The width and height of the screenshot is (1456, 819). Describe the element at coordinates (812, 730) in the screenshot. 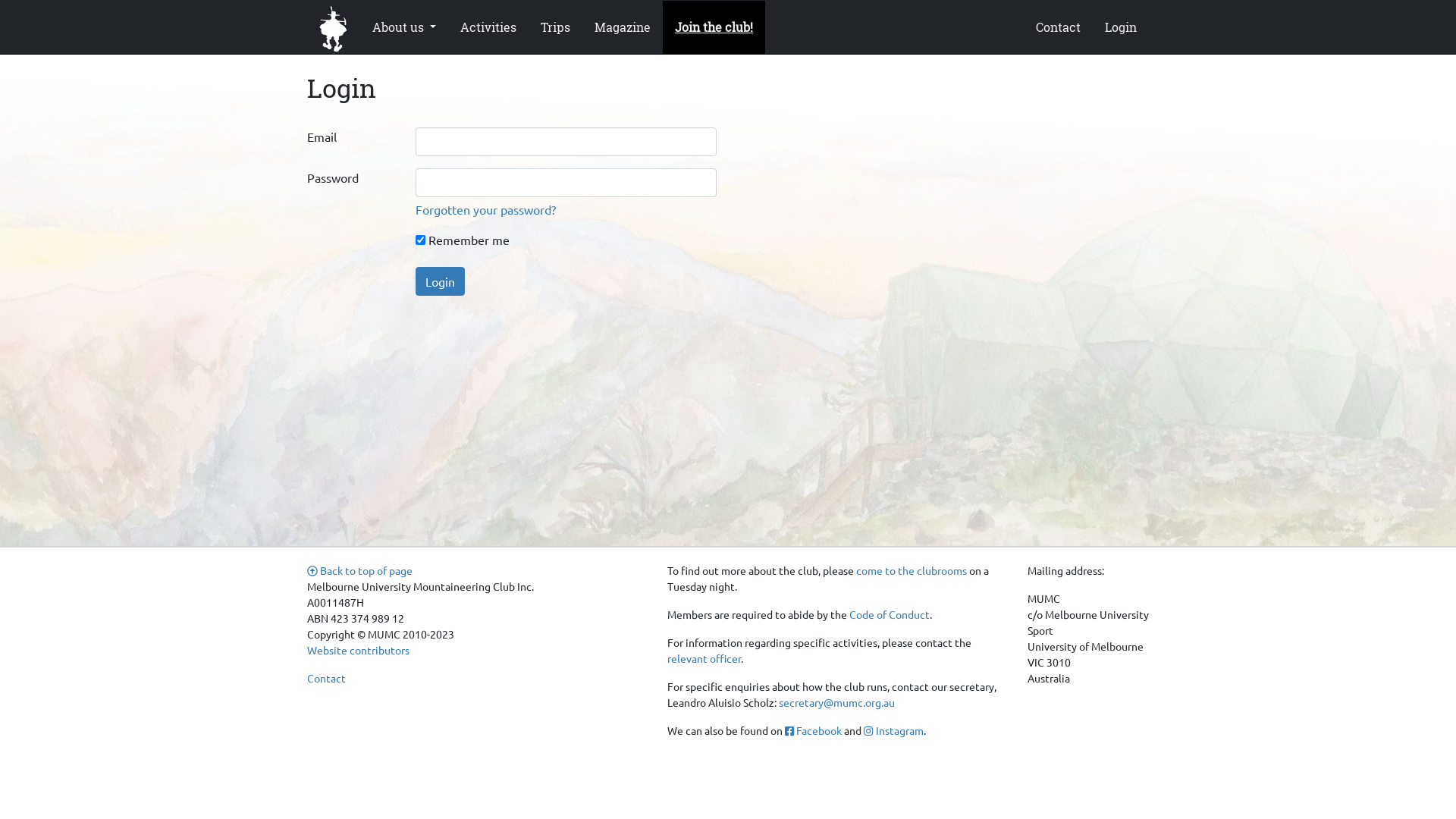

I see `'Facebook'` at that location.